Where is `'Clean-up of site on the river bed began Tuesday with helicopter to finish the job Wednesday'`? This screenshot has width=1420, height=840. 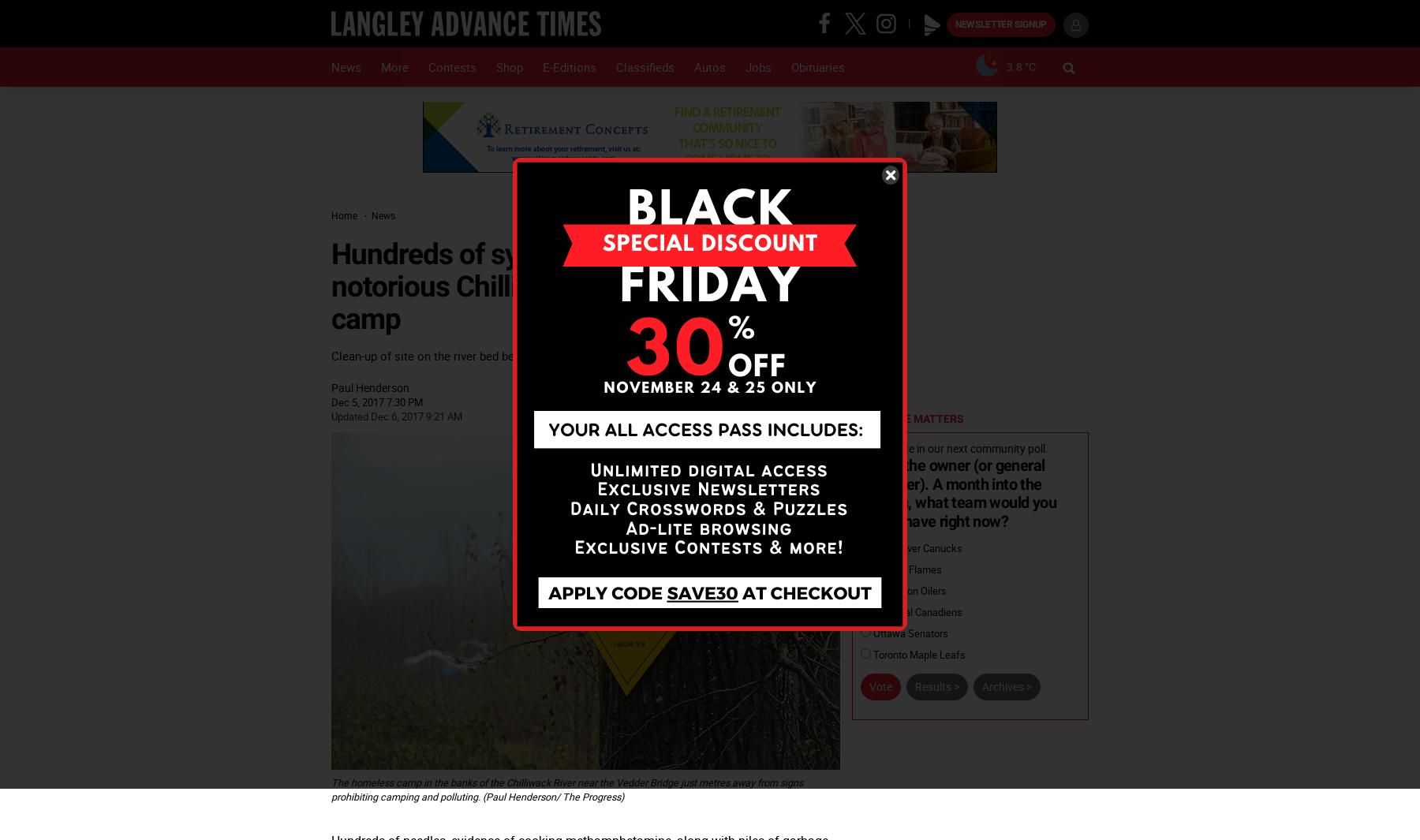 'Clean-up of site on the river bed began Tuesday with helicopter to finish the job Wednesday' is located at coordinates (331, 355).